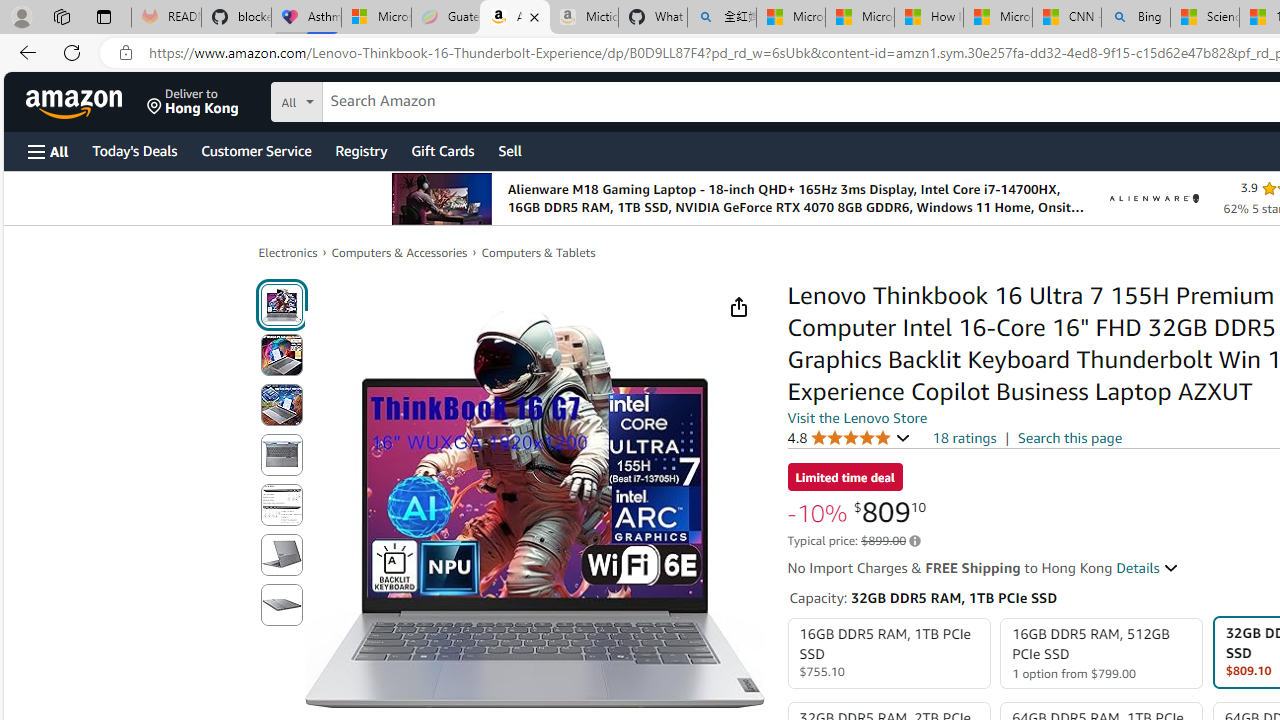 Image resolution: width=1280 pixels, height=720 pixels. Describe the element at coordinates (538, 252) in the screenshot. I see `'Computers & Tablets'` at that location.